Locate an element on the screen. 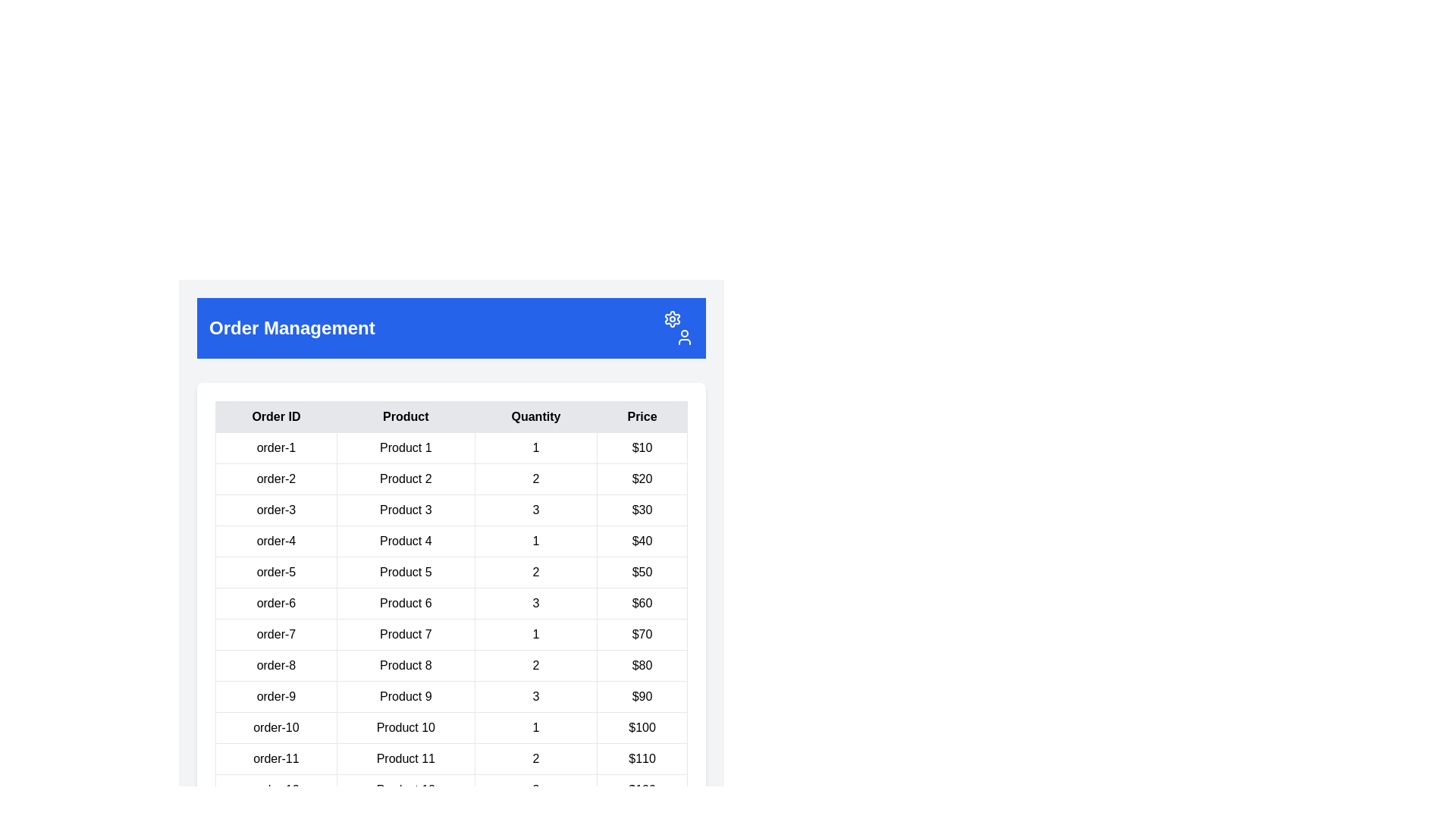  the table row displaying the order ID 'order-9', which contains the product name 'Product 9', quantity '3', and price '$90' is located at coordinates (450, 696).